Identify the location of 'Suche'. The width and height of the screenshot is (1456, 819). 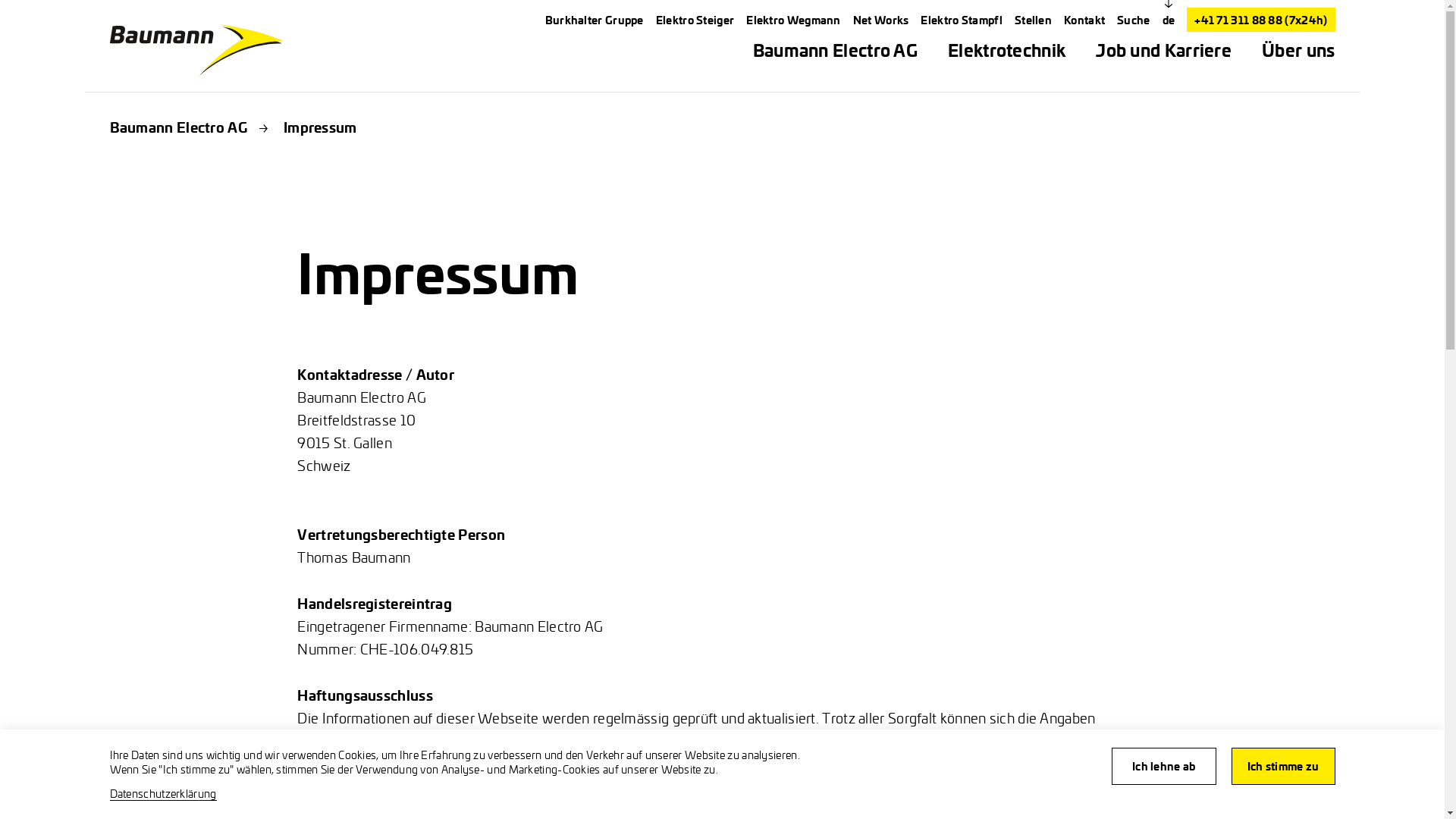
(1133, 20).